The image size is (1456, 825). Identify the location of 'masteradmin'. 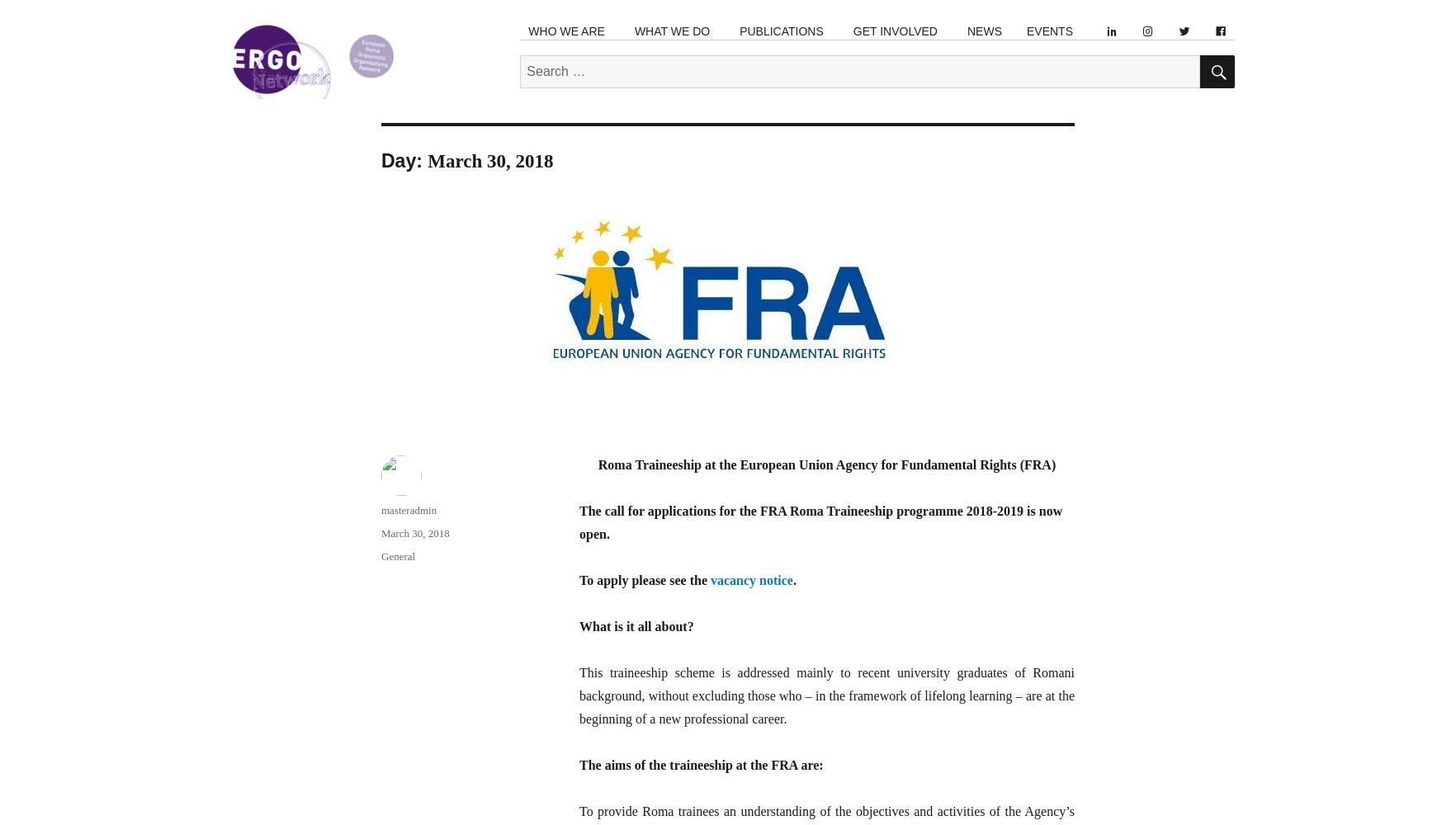
(408, 509).